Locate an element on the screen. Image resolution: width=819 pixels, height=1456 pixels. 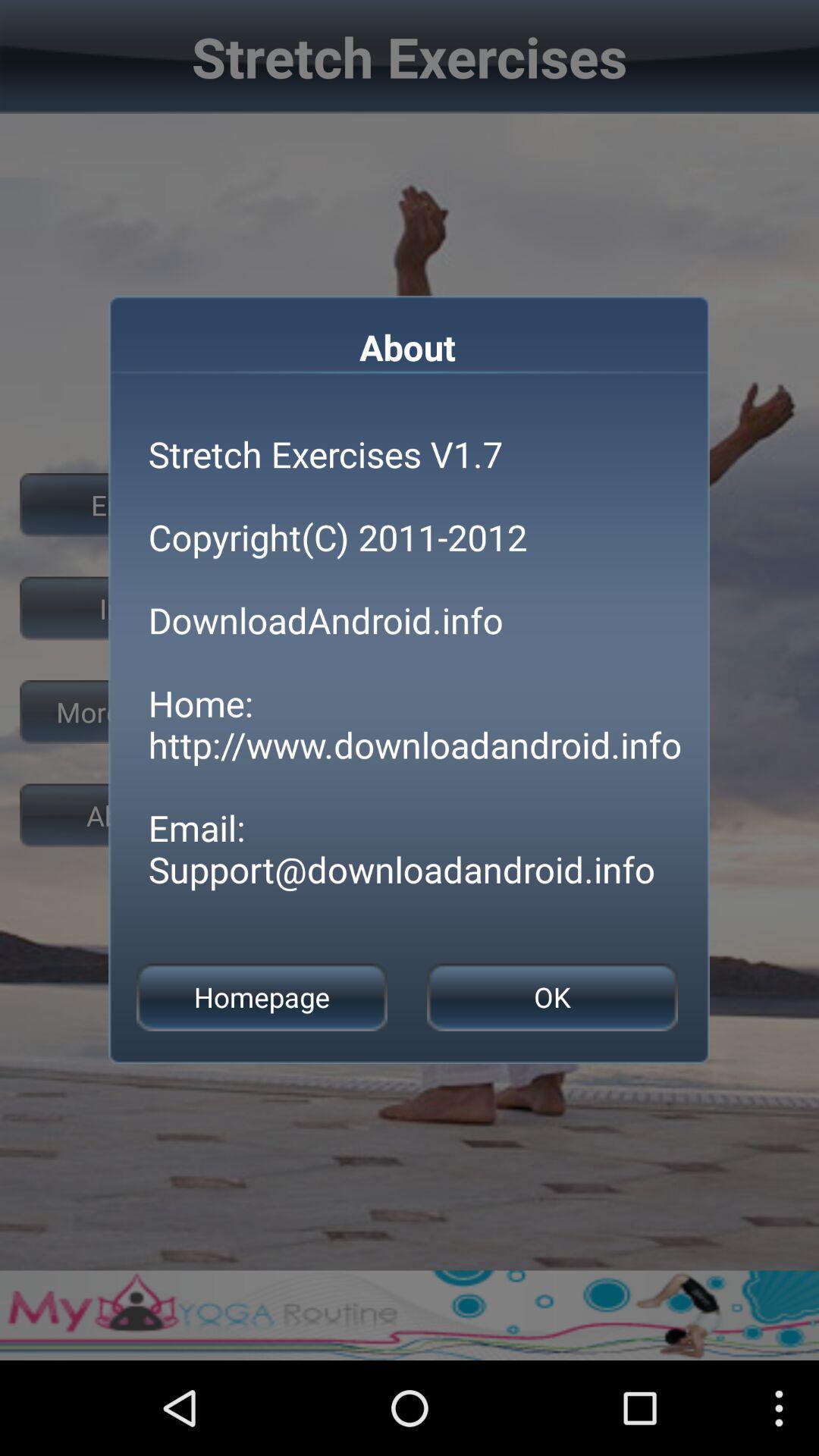
app below stretch exercises v1 app is located at coordinates (261, 997).